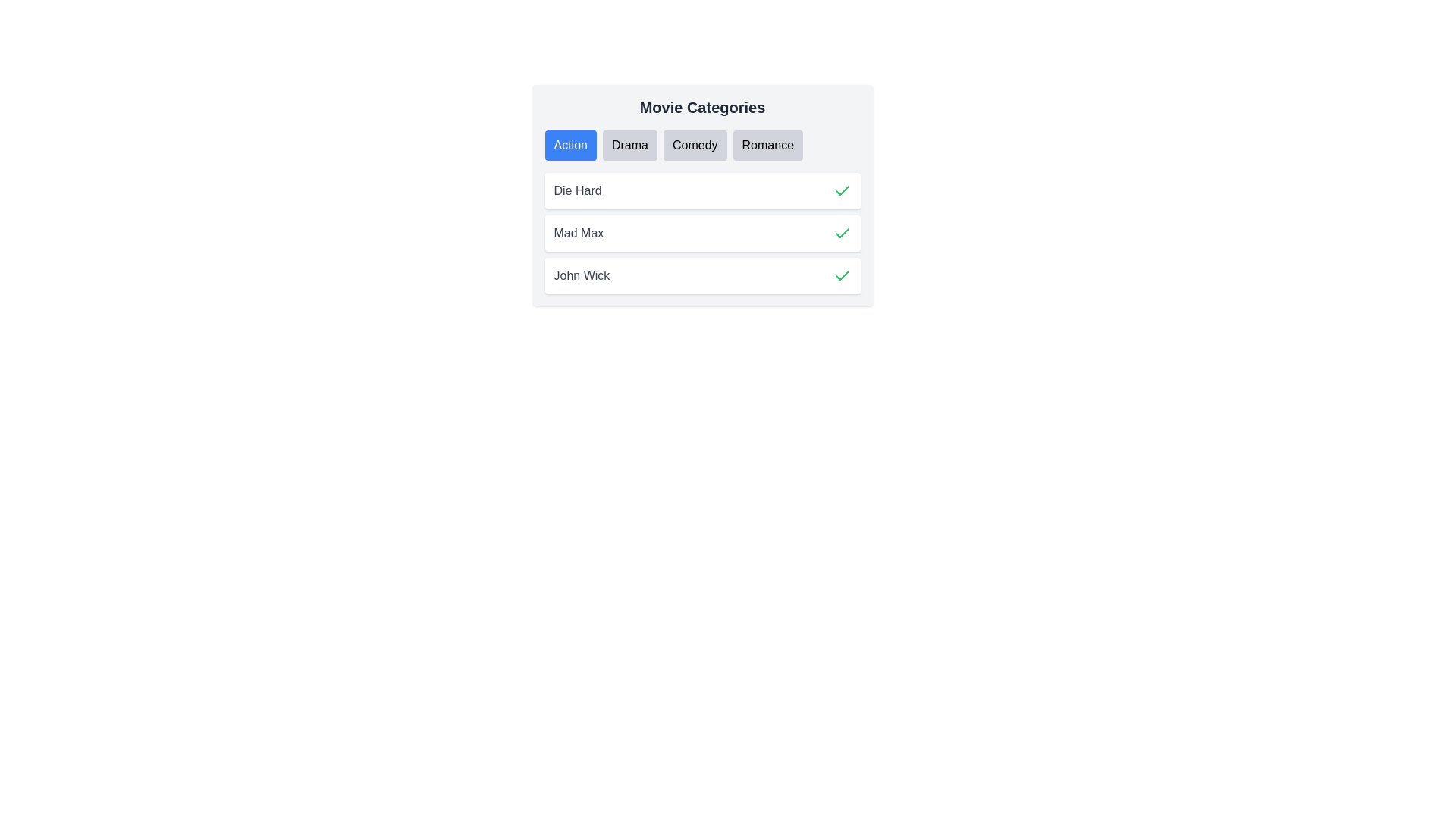 Image resolution: width=1456 pixels, height=819 pixels. Describe the element at coordinates (570, 146) in the screenshot. I see `the blue rectangular button with rounded edges labeled 'Action' located near the top-left of the button group under the 'Movie Categories' heading` at that location.